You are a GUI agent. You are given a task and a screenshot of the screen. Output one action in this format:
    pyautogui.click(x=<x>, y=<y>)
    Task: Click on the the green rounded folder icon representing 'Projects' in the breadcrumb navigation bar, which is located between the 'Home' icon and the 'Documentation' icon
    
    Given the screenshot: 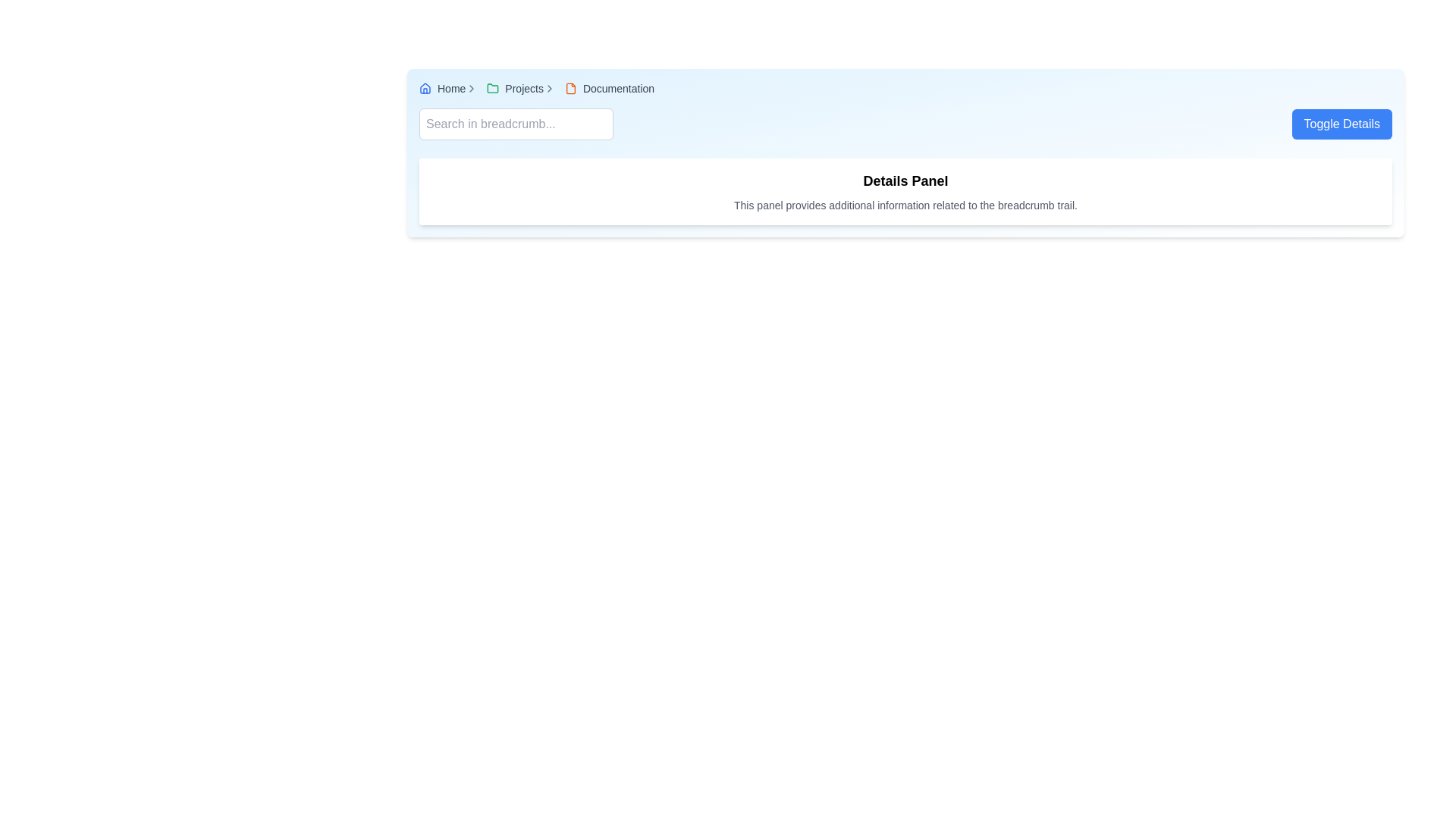 What is the action you would take?
    pyautogui.click(x=493, y=88)
    